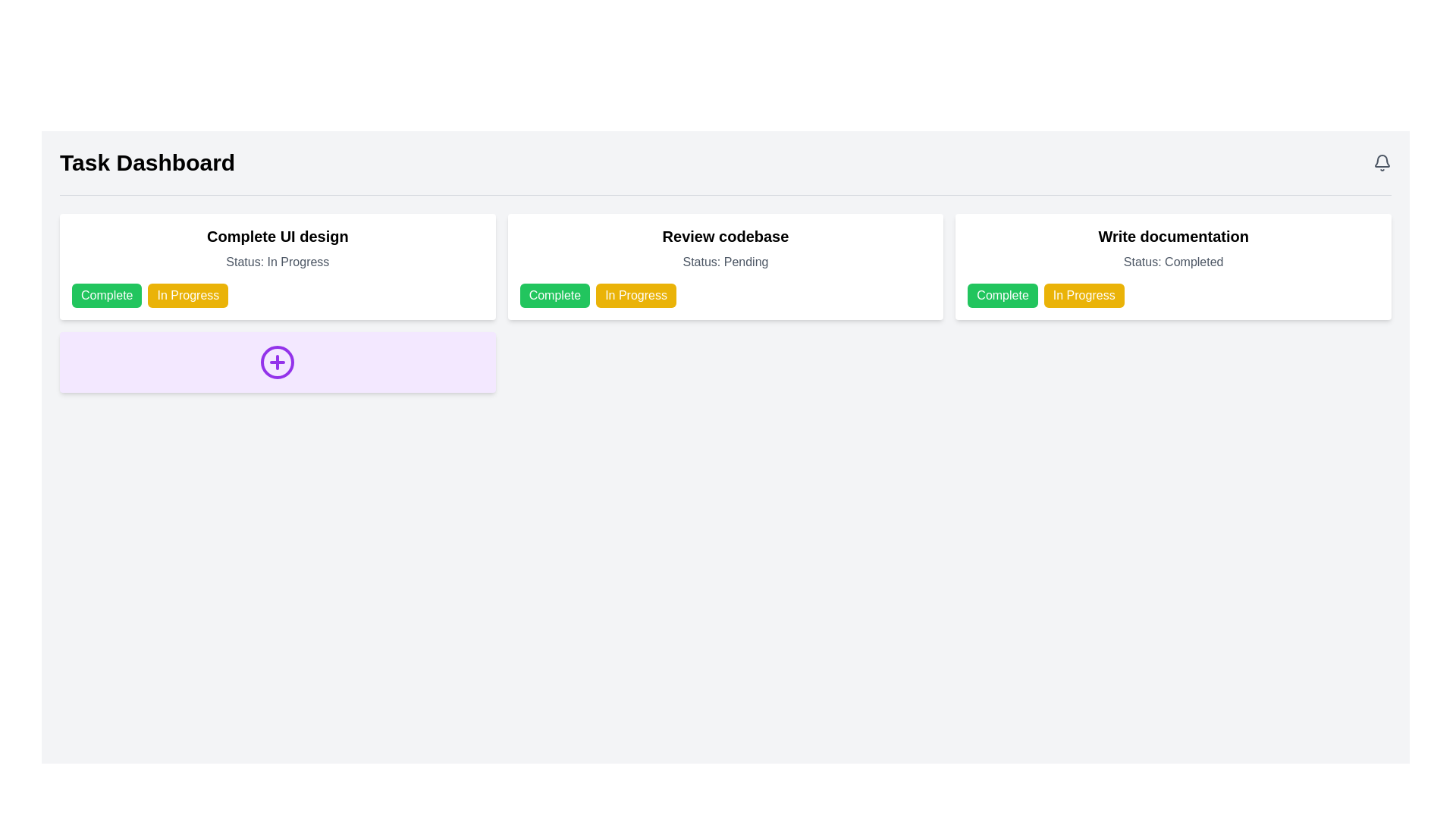 This screenshot has height=819, width=1456. What do you see at coordinates (1382, 163) in the screenshot?
I see `the notification or alert icon located at the top-right corner of the header, next to 'Task Dashboard'` at bounding box center [1382, 163].